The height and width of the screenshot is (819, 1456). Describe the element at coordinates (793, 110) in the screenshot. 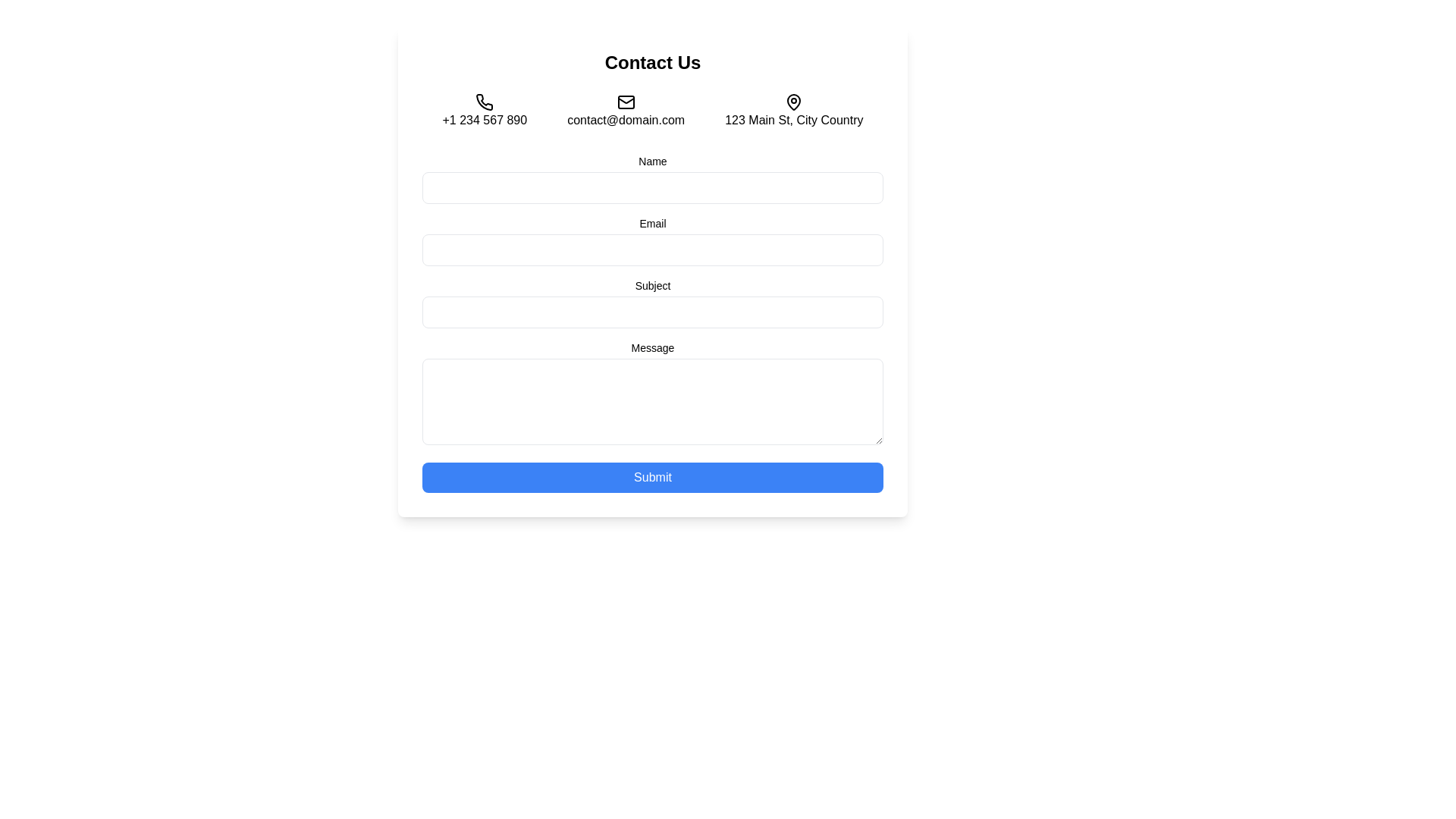

I see `the address display element featuring the text '123 Main St, City Country' and the map pin icon` at that location.